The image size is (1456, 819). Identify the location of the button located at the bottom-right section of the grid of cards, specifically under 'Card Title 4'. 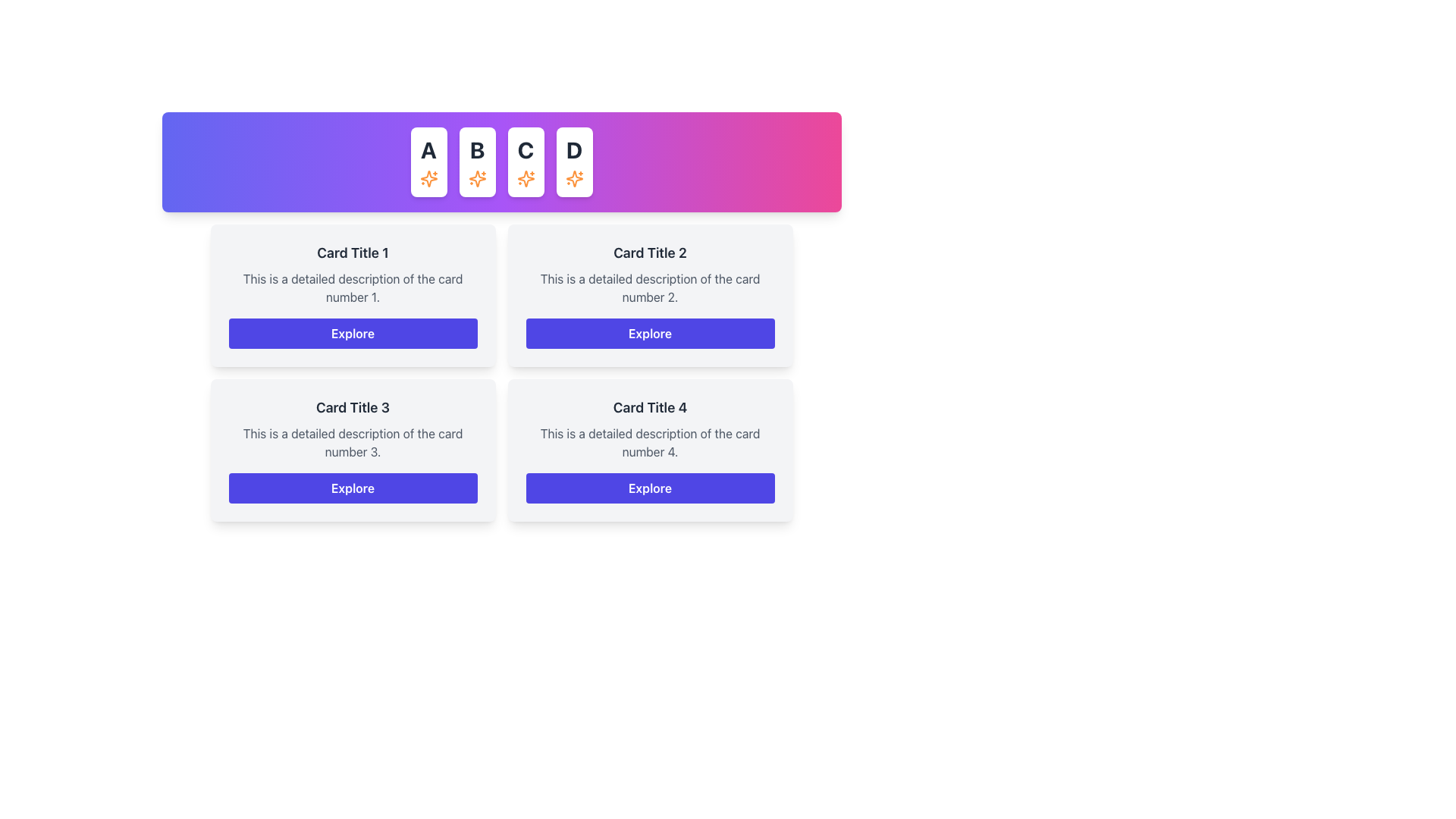
(650, 488).